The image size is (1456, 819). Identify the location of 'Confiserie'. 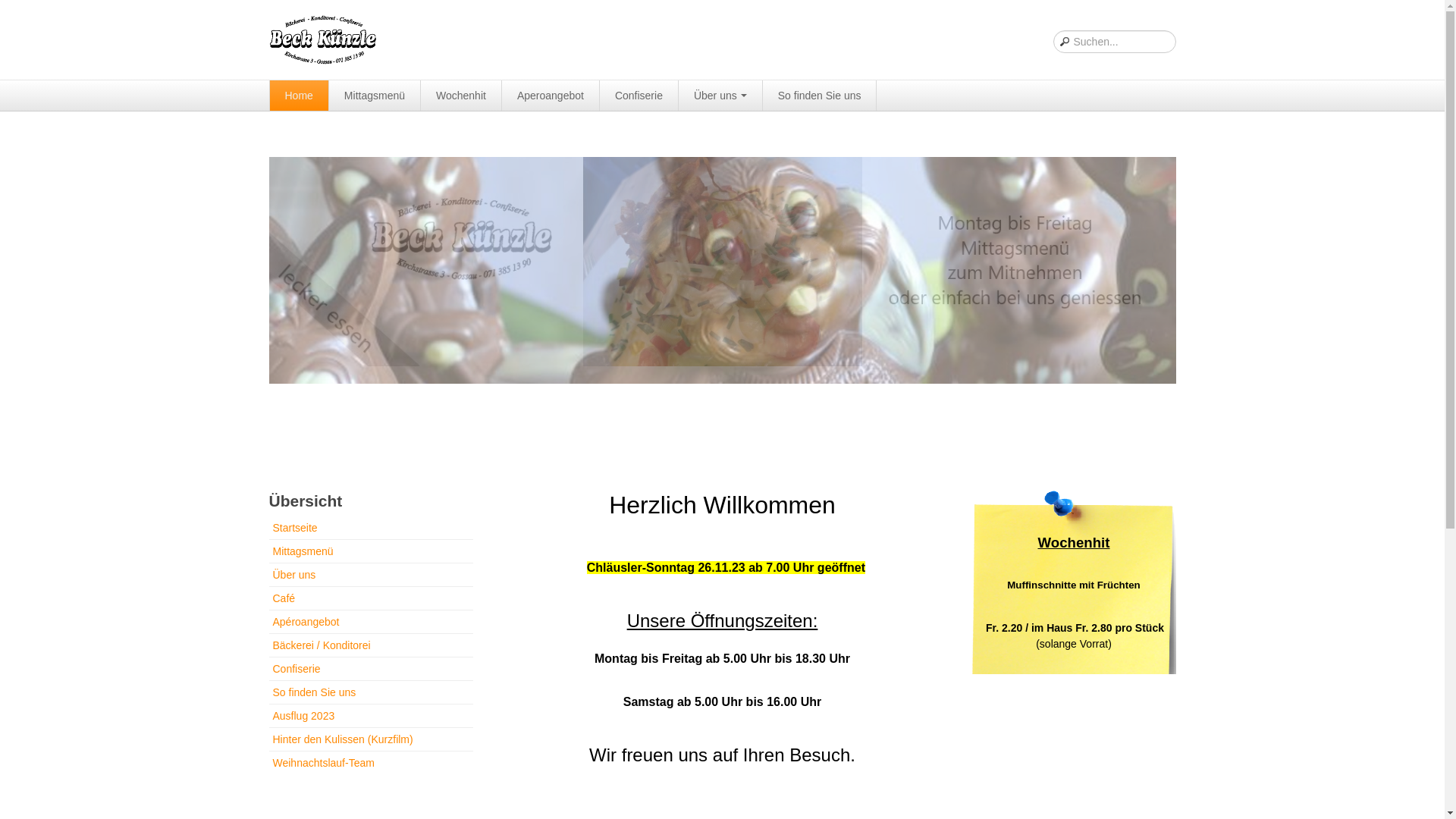
(370, 668).